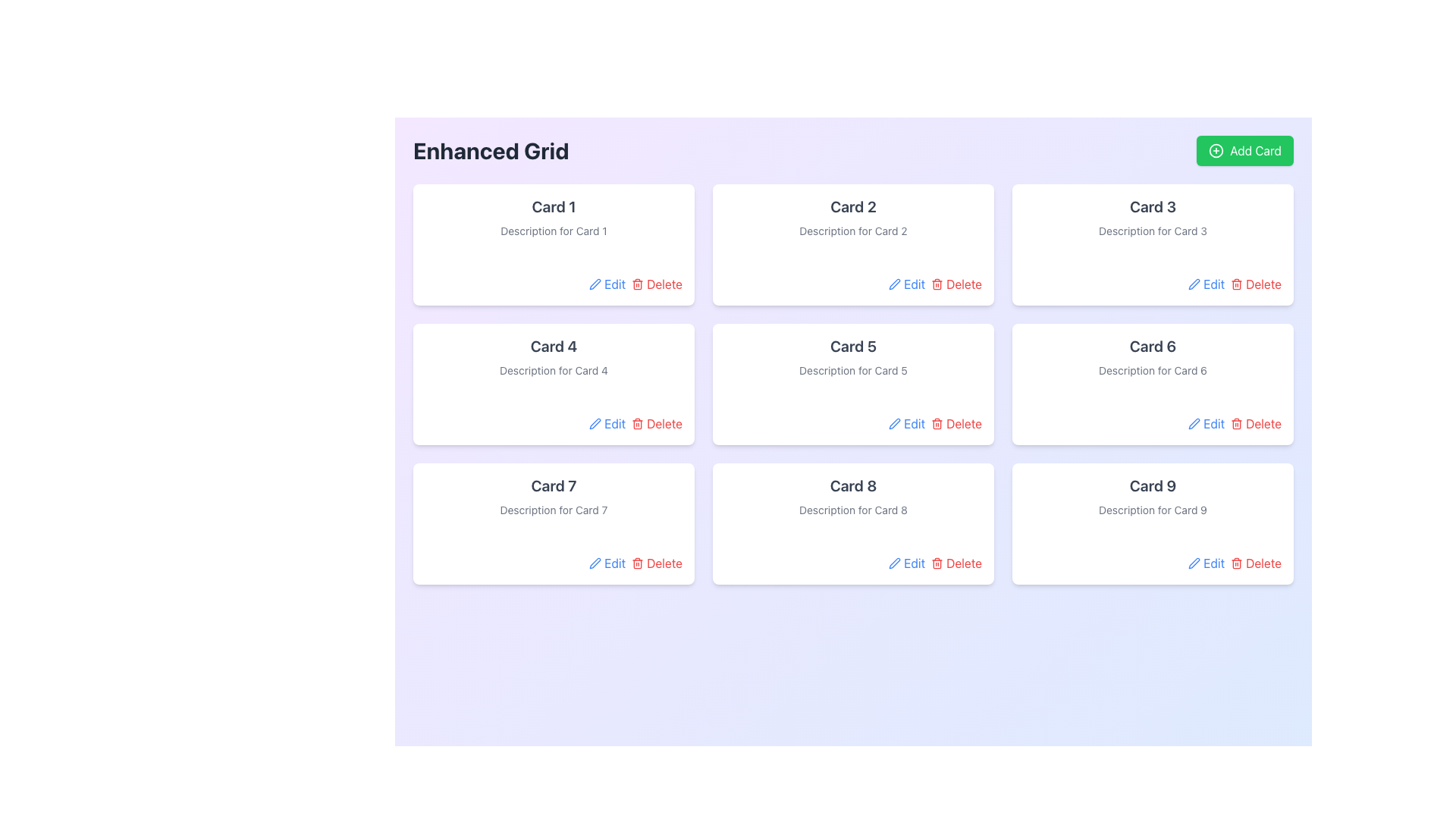 This screenshot has width=1456, height=819. What do you see at coordinates (1194, 563) in the screenshot?
I see `the small pen icon located to the left of the 'Edit' text label at the bottom right corner of 'Card 9'` at bounding box center [1194, 563].